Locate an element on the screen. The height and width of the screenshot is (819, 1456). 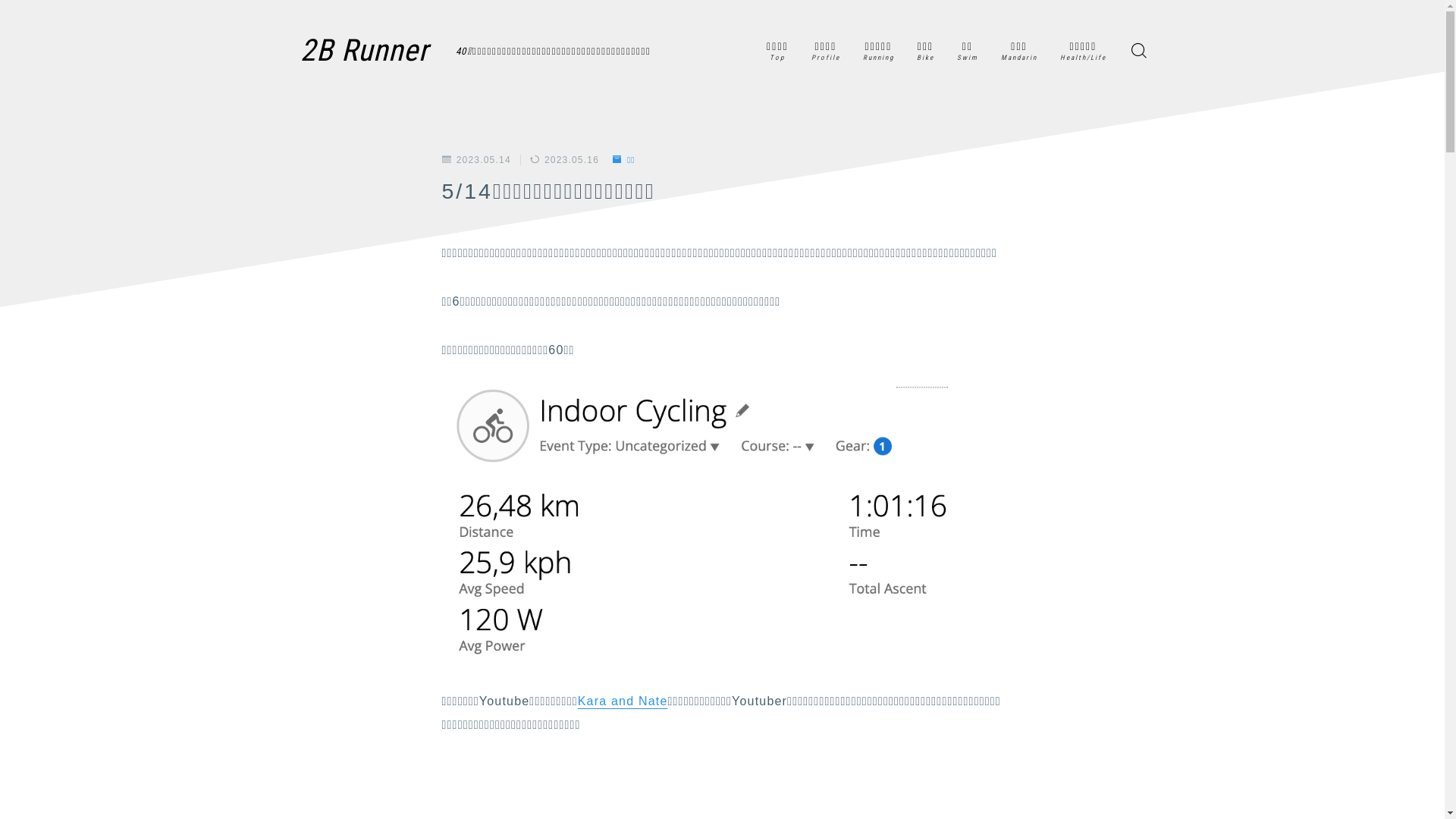
'2B Runner' is located at coordinates (366, 49).